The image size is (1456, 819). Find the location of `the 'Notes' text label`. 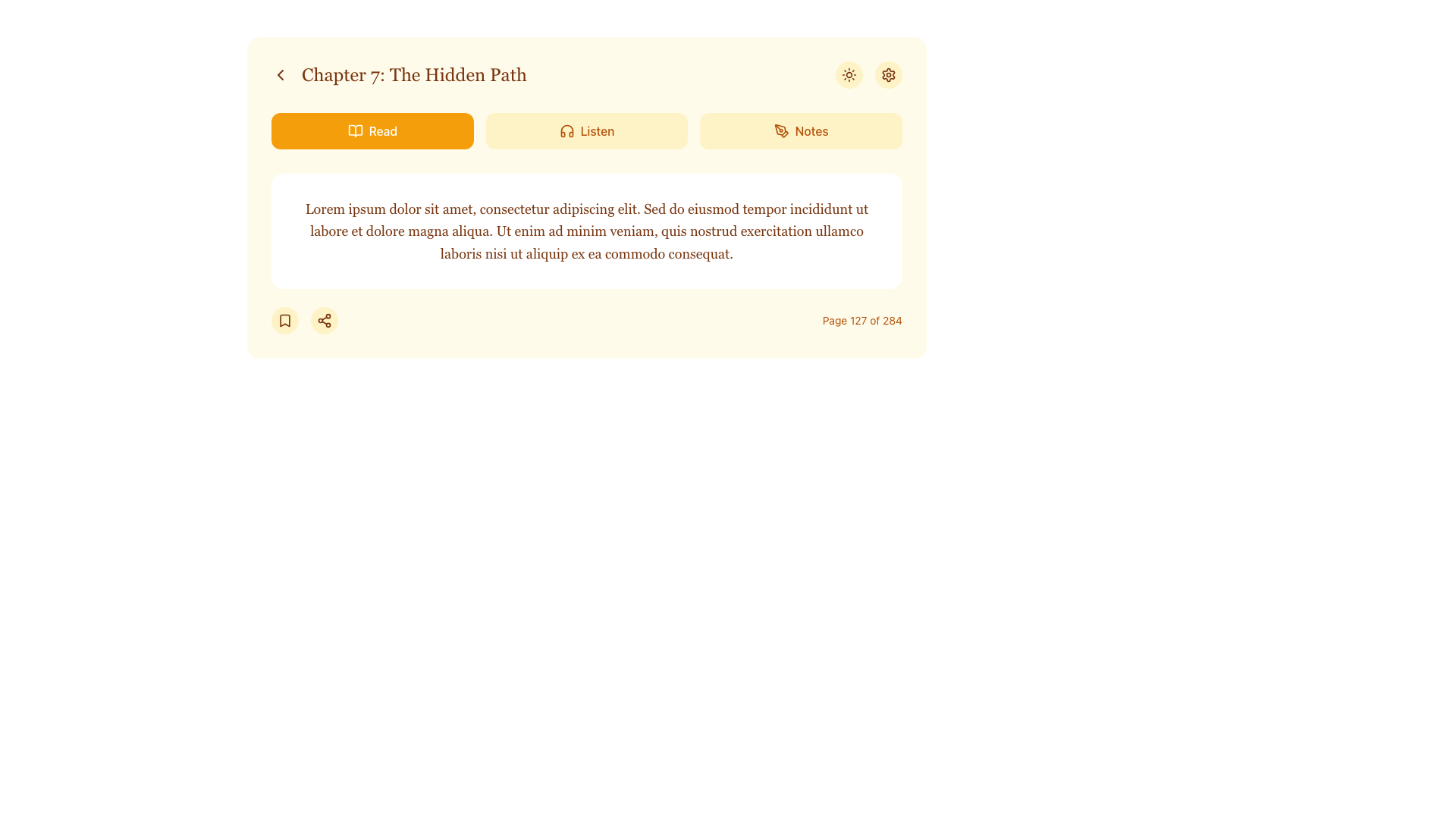

the 'Notes' text label is located at coordinates (811, 130).